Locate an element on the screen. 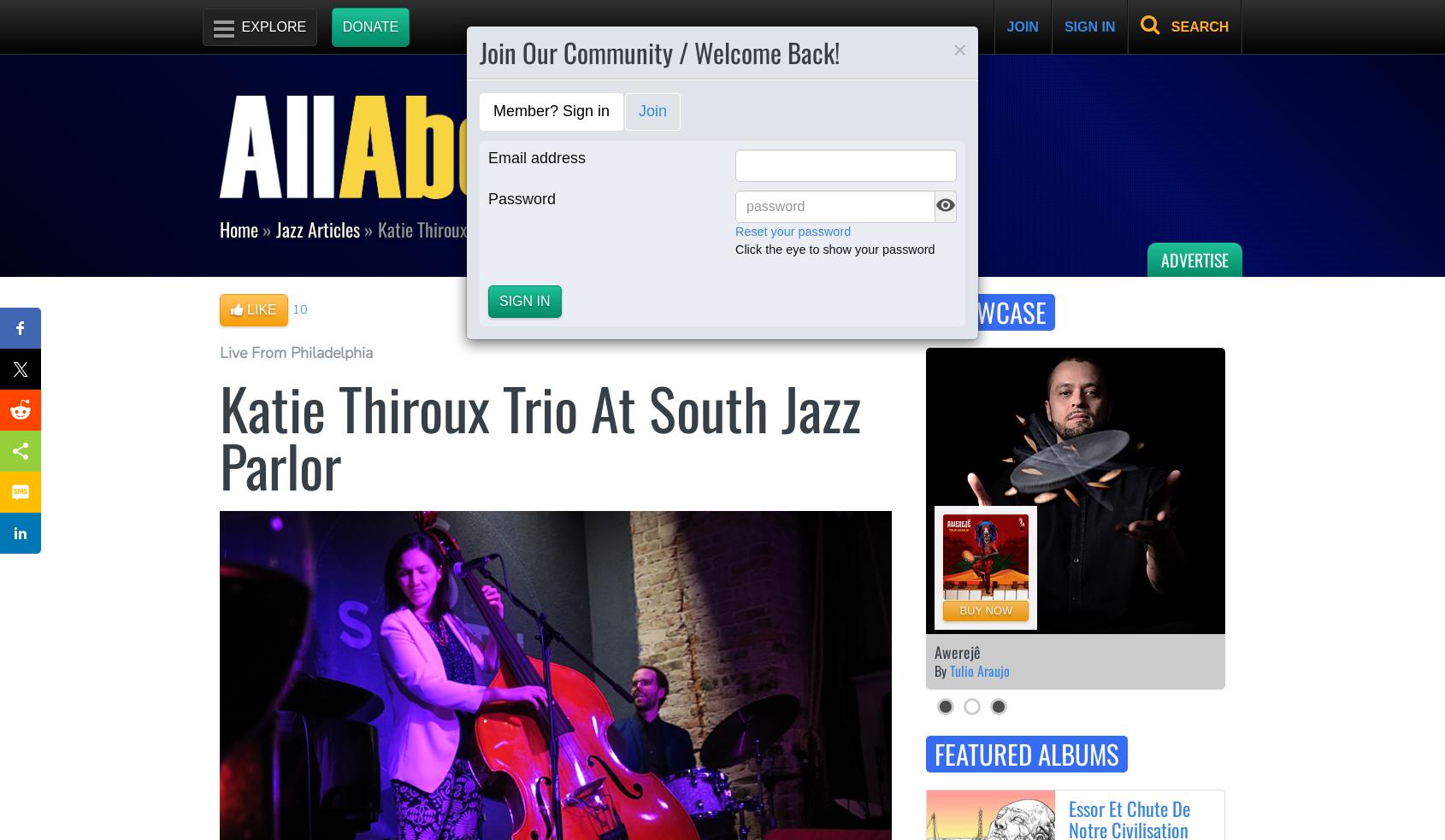 This screenshot has height=840, width=1445. 'Sign in' is located at coordinates (524, 299).